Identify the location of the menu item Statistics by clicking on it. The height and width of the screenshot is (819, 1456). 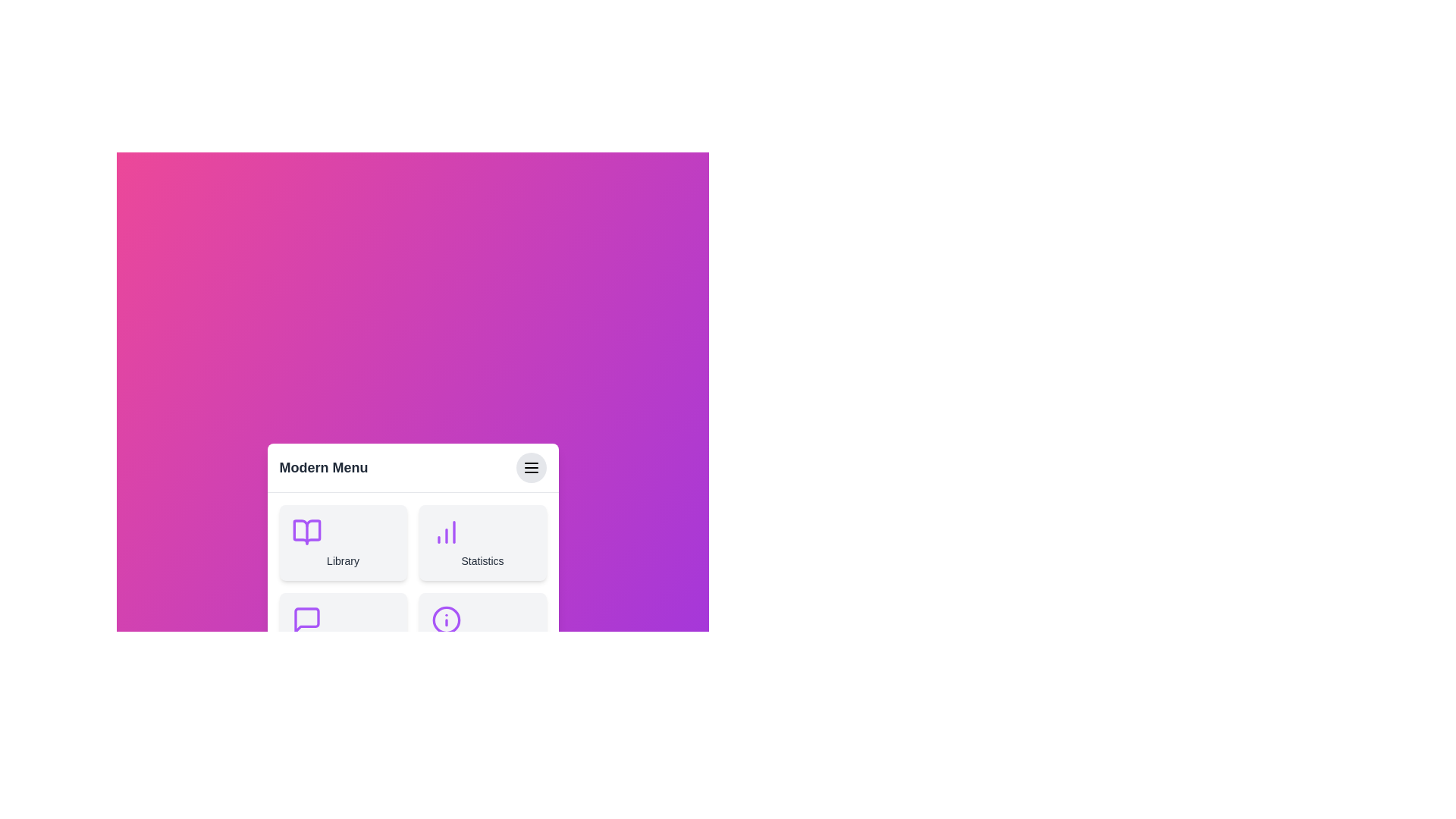
(482, 541).